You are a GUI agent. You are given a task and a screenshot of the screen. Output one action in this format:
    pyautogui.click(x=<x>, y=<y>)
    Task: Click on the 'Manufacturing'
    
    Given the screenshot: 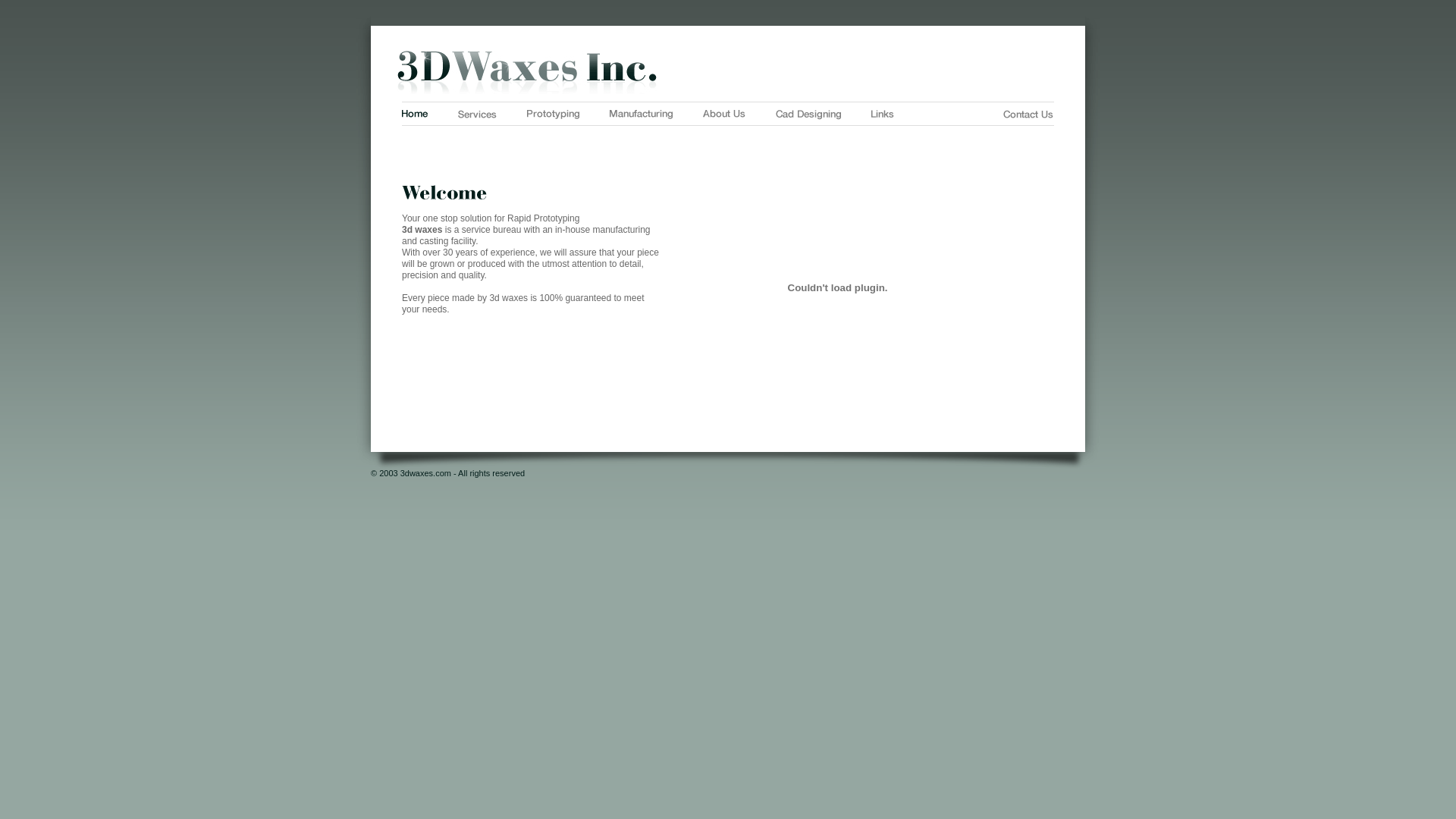 What is the action you would take?
    pyautogui.click(x=610, y=113)
    